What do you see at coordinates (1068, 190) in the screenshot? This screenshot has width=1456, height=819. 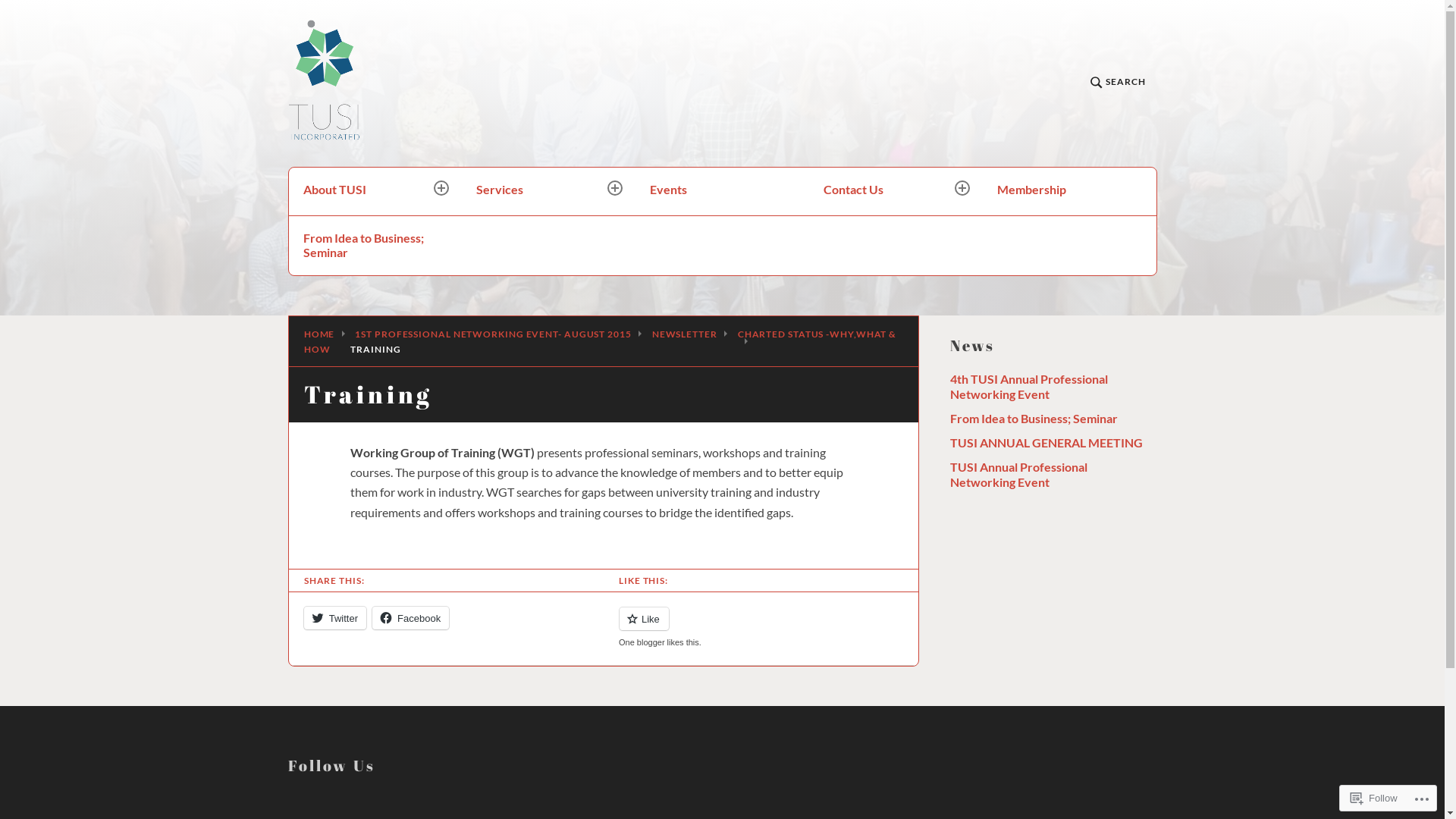 I see `'Membership'` at bounding box center [1068, 190].